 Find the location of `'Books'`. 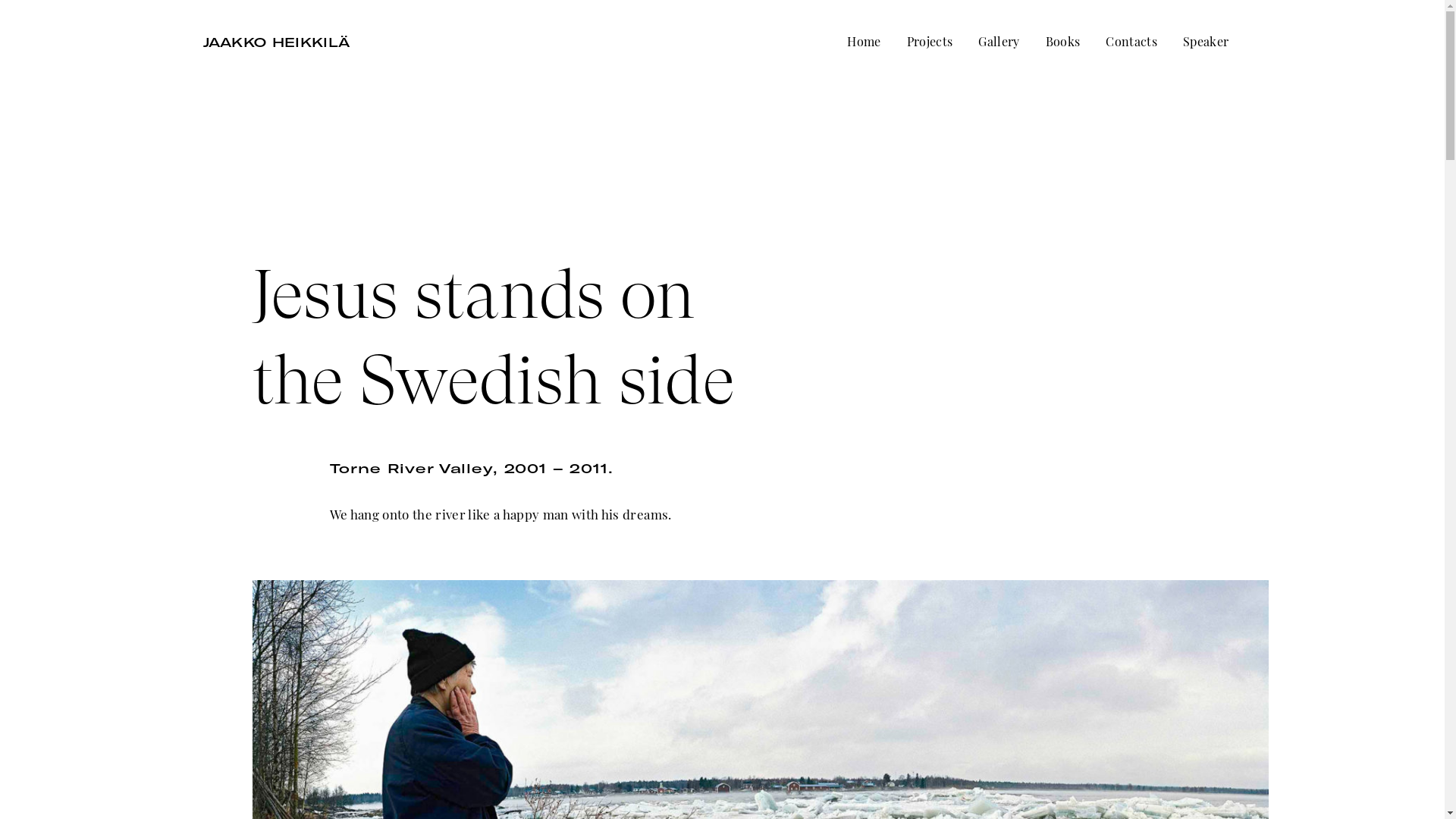

'Books' is located at coordinates (1037, 42).